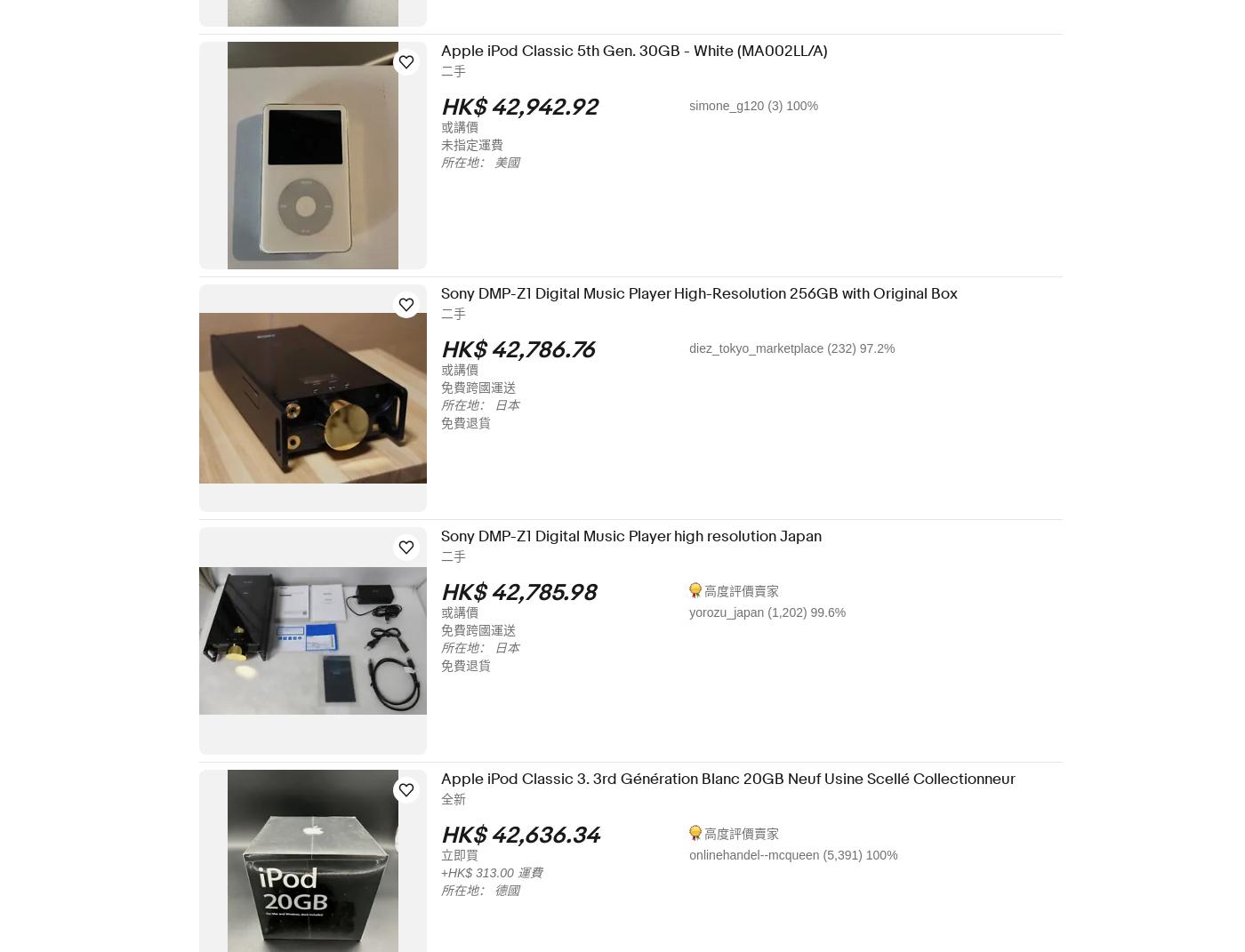  I want to click on 'HK$ 42,636.34', so click(531, 835).